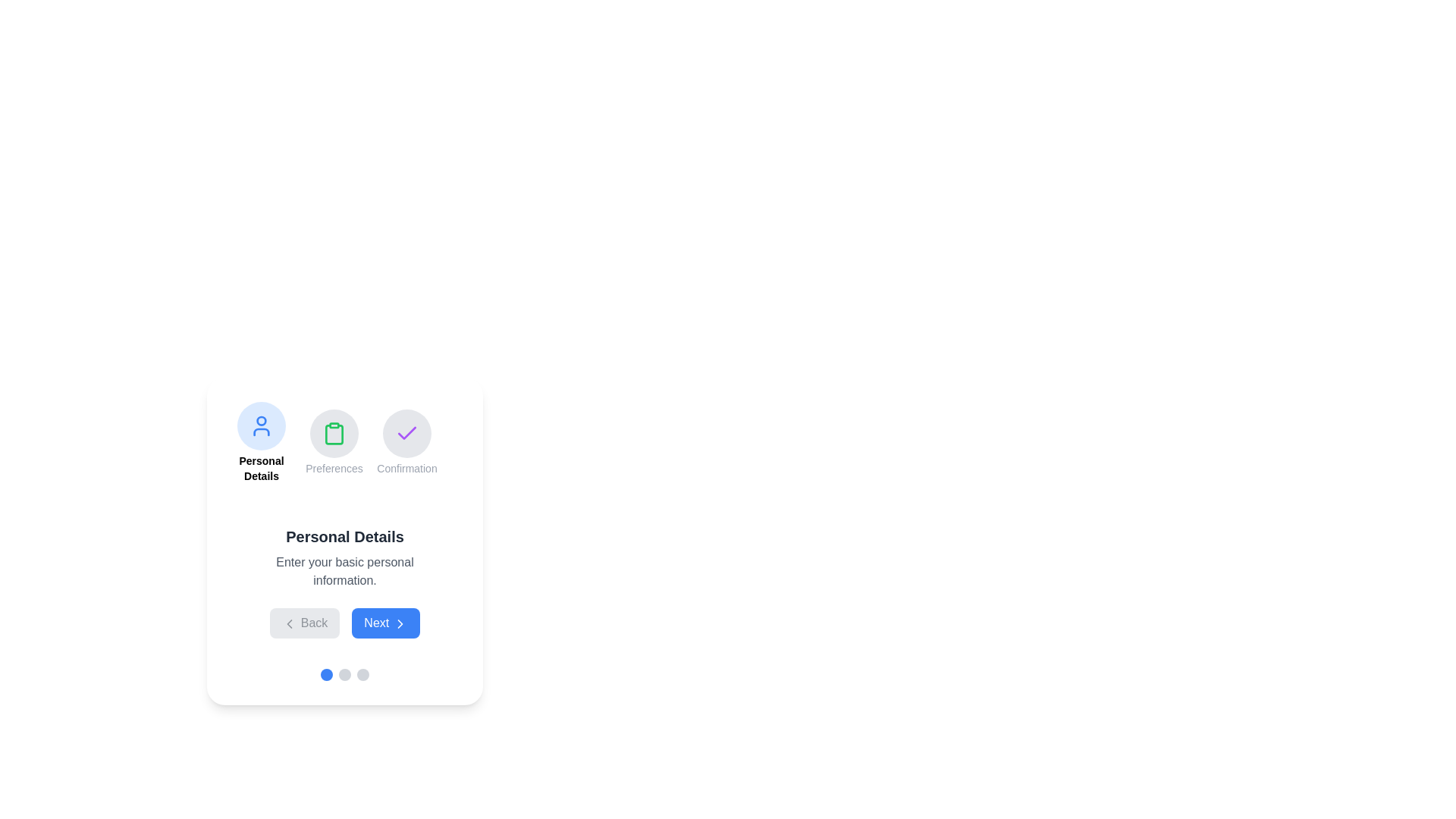 Image resolution: width=1456 pixels, height=819 pixels. I want to click on the 'Personal Details' step in the vertical navigation step indicator, which features a blue user silhouette icon and bold black text, so click(262, 442).